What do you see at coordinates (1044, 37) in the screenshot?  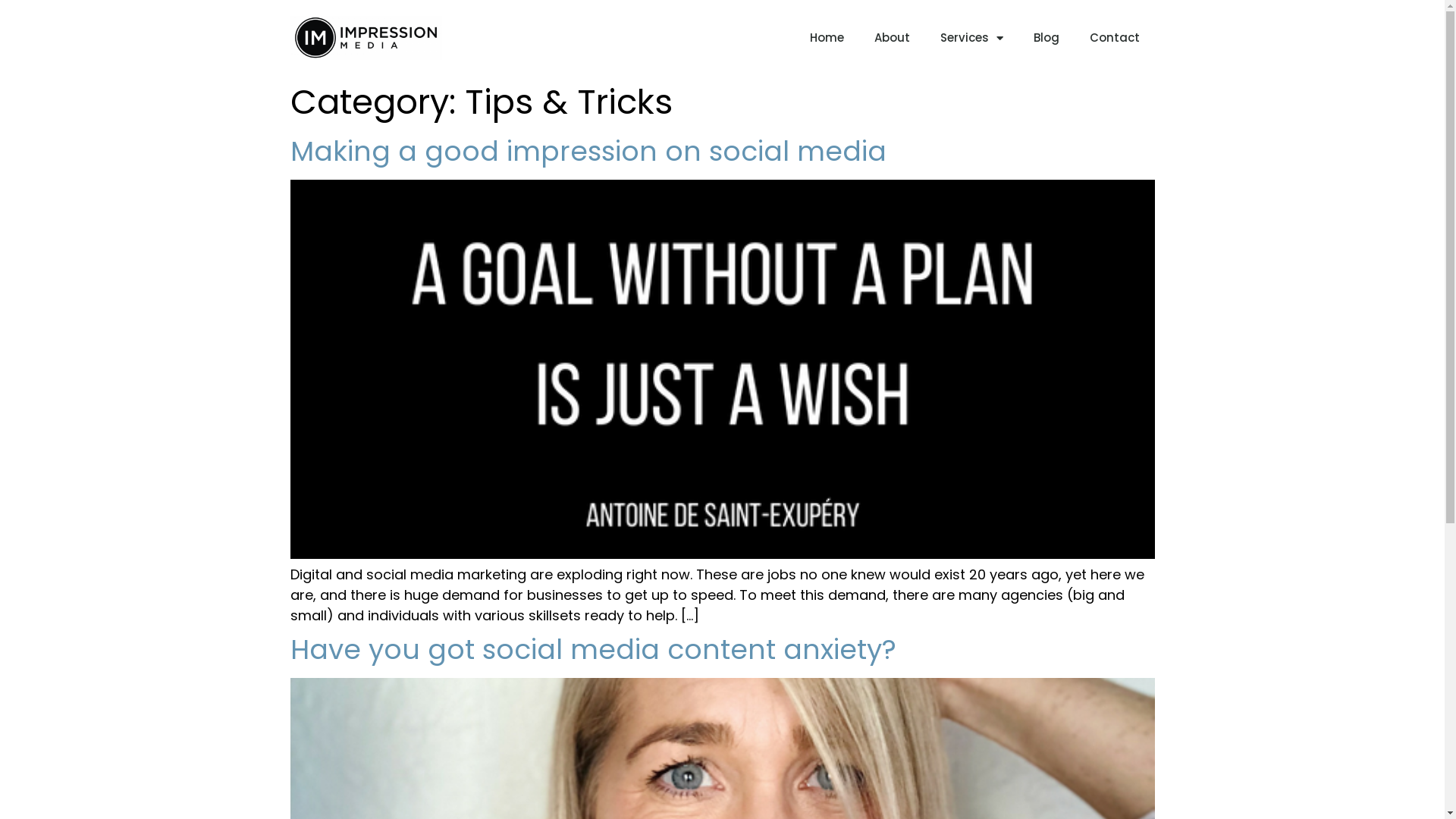 I see `'Blog'` at bounding box center [1044, 37].